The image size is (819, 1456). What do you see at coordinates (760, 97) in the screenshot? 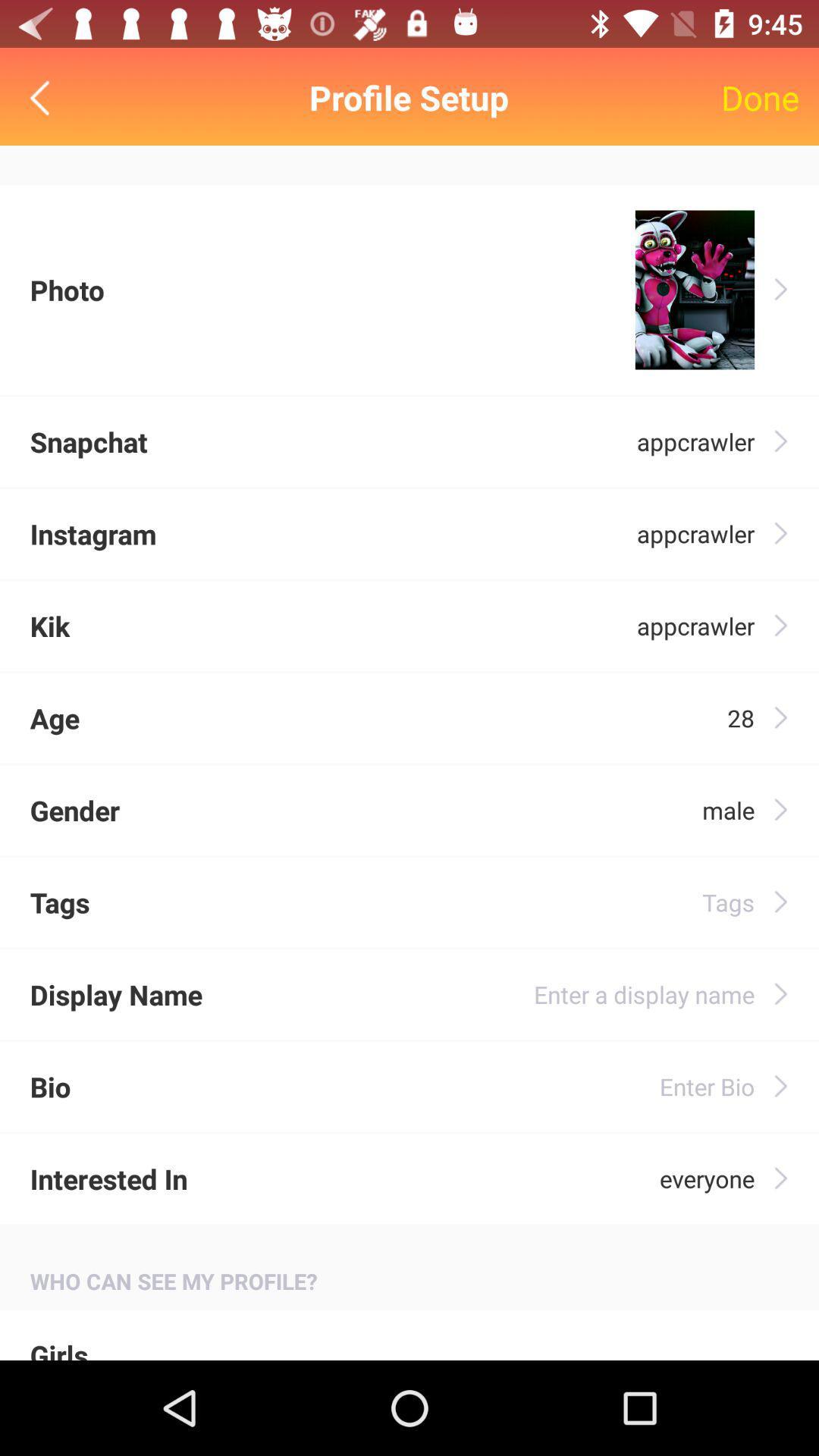
I see `the item to the right of profile setup` at bounding box center [760, 97].